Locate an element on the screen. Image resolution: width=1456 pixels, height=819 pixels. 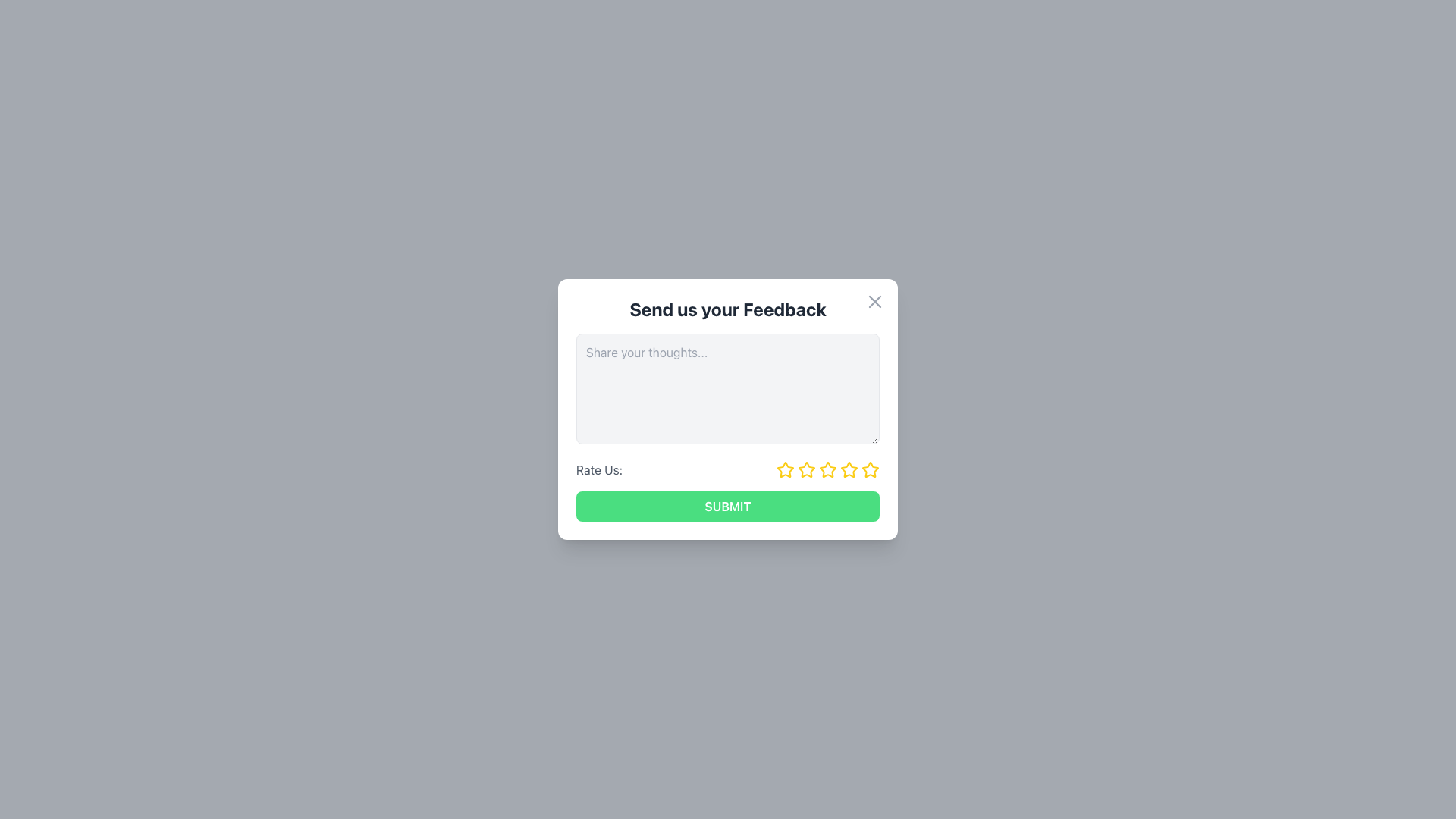
the third star in the horizontal sequence of five stars in the 'Rate Us' section is located at coordinates (806, 469).